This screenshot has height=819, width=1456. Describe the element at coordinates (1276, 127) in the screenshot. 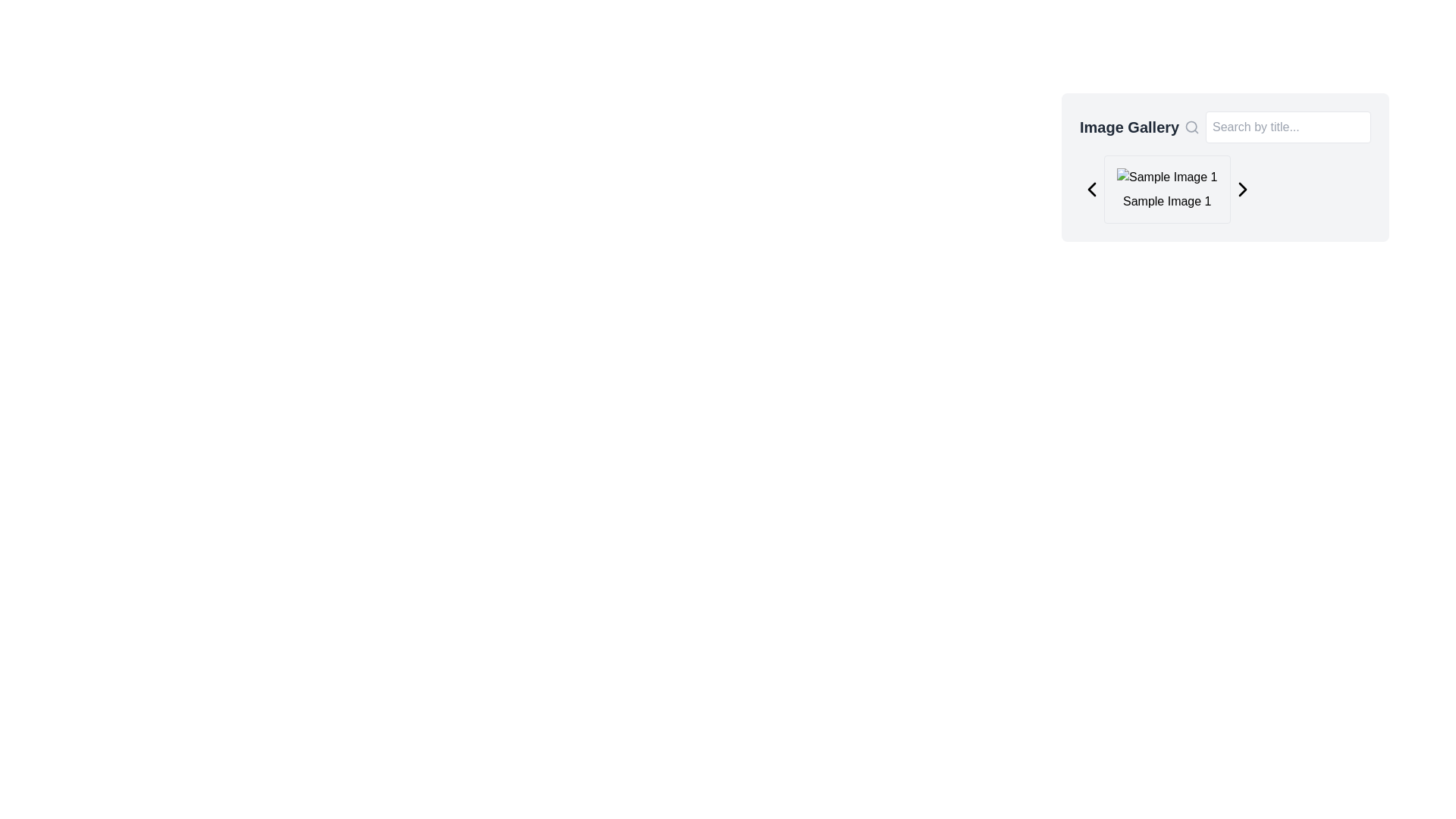

I see `the Search bar with an icon and a text input field located on the right side of the 'Image Gallery' title` at that location.